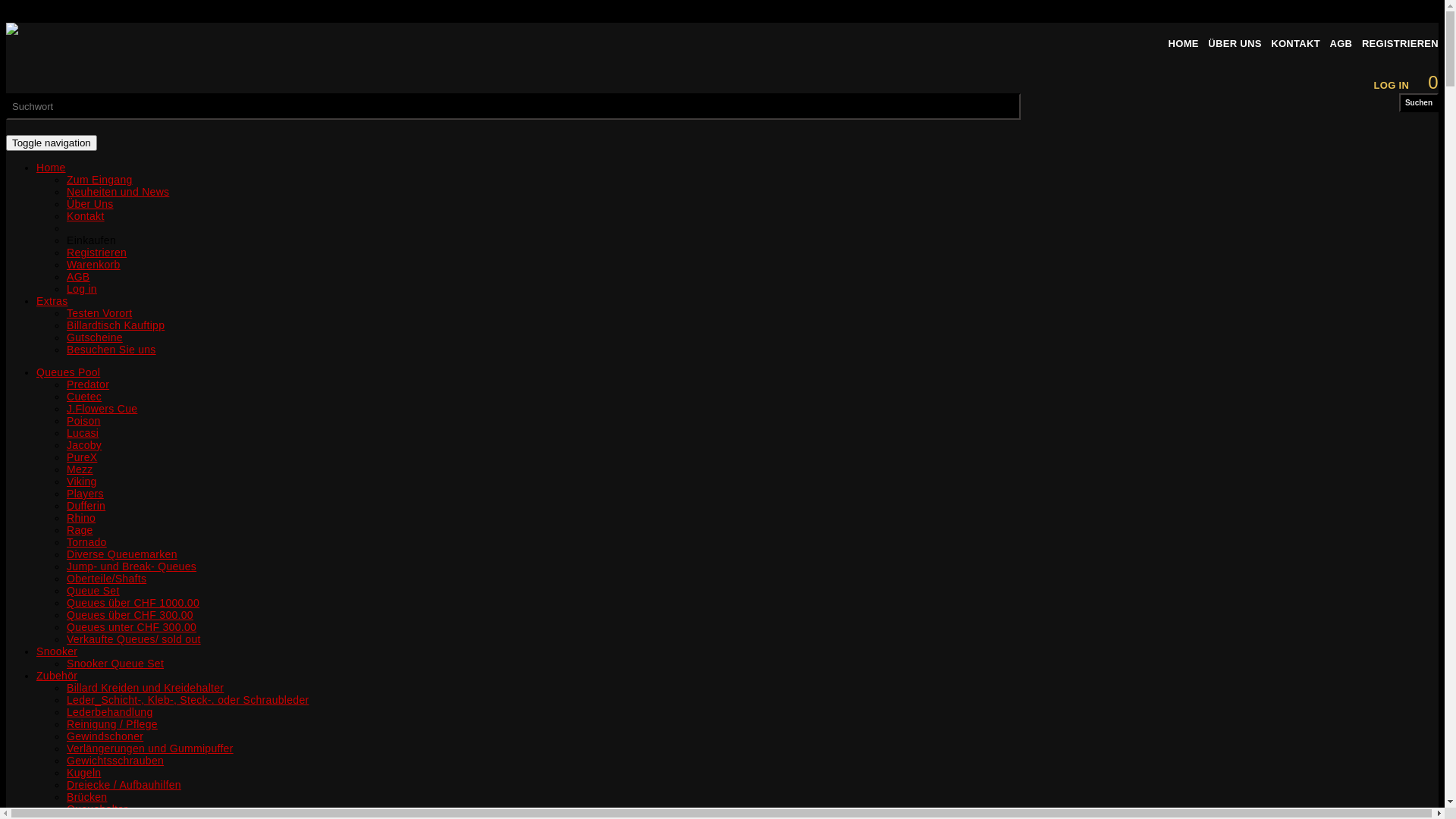 The height and width of the screenshot is (819, 1456). What do you see at coordinates (187, 699) in the screenshot?
I see `'Leder_Schicht-, Kleb-, Steck-. oder Schraubleder'` at bounding box center [187, 699].